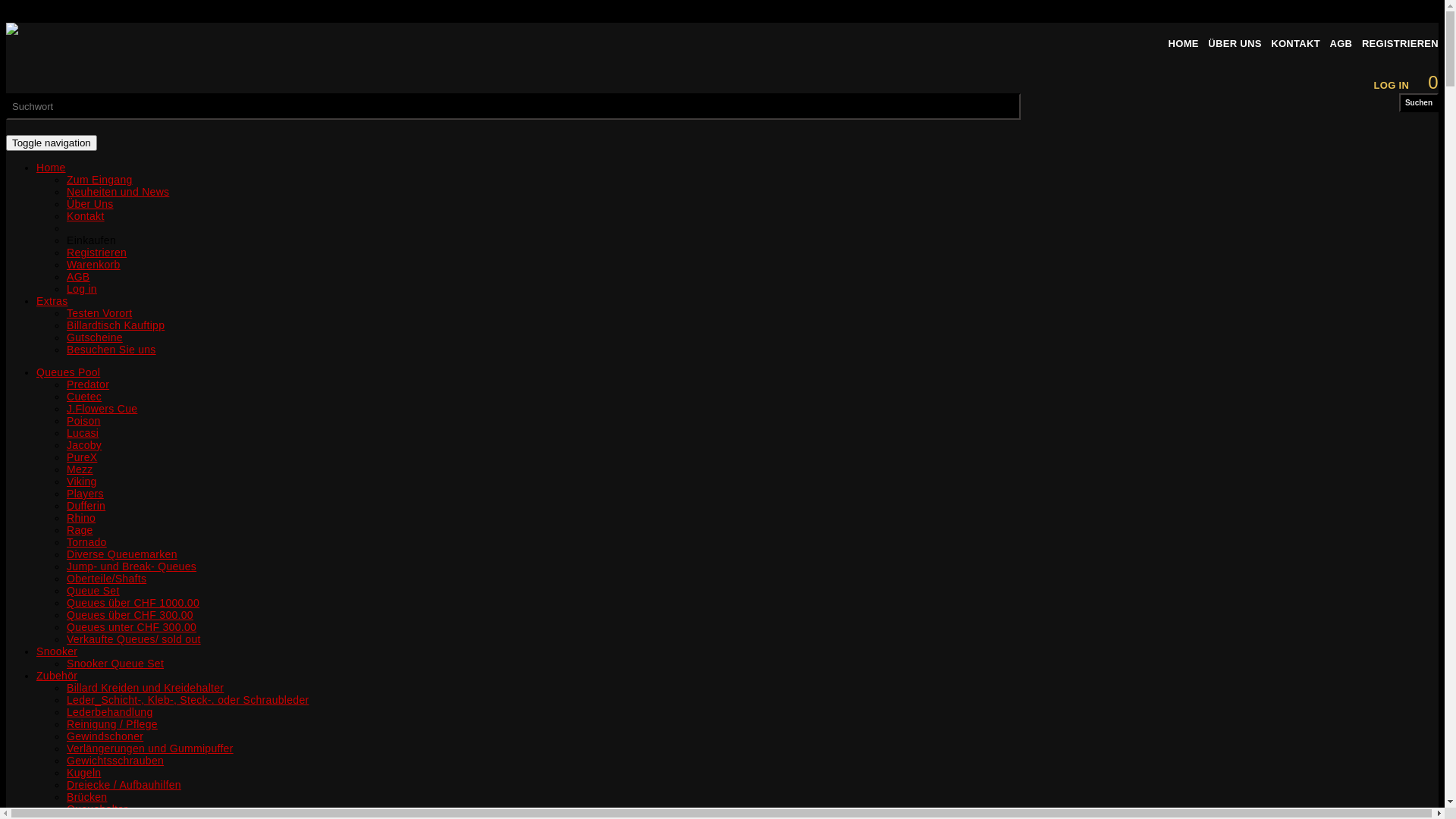 The height and width of the screenshot is (819, 1456). What do you see at coordinates (187, 699) in the screenshot?
I see `'Leder_Schicht-, Kleb-, Steck-. oder Schraubleder'` at bounding box center [187, 699].